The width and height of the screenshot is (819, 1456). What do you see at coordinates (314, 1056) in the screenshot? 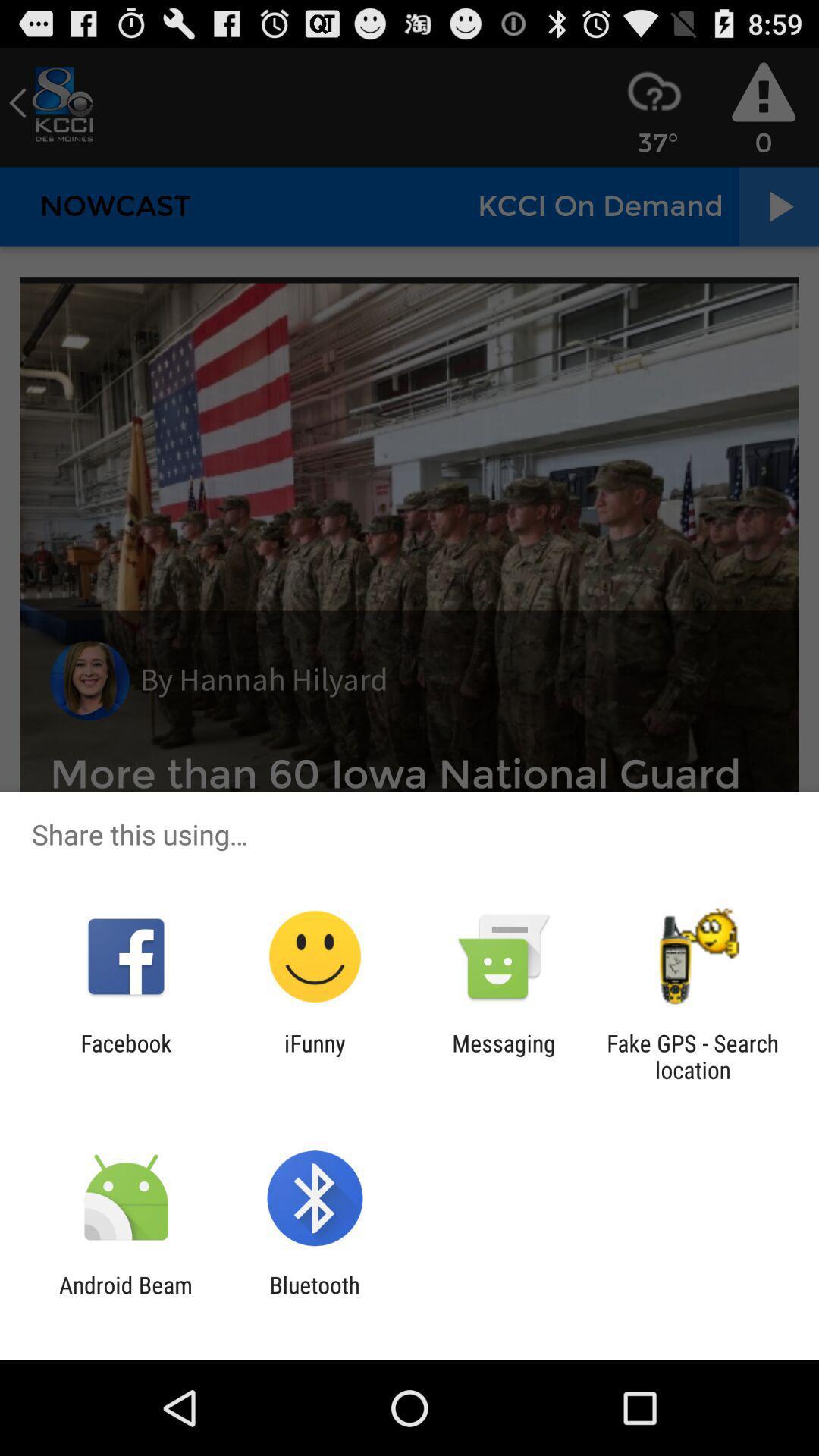
I see `app to the left of the messaging` at bounding box center [314, 1056].